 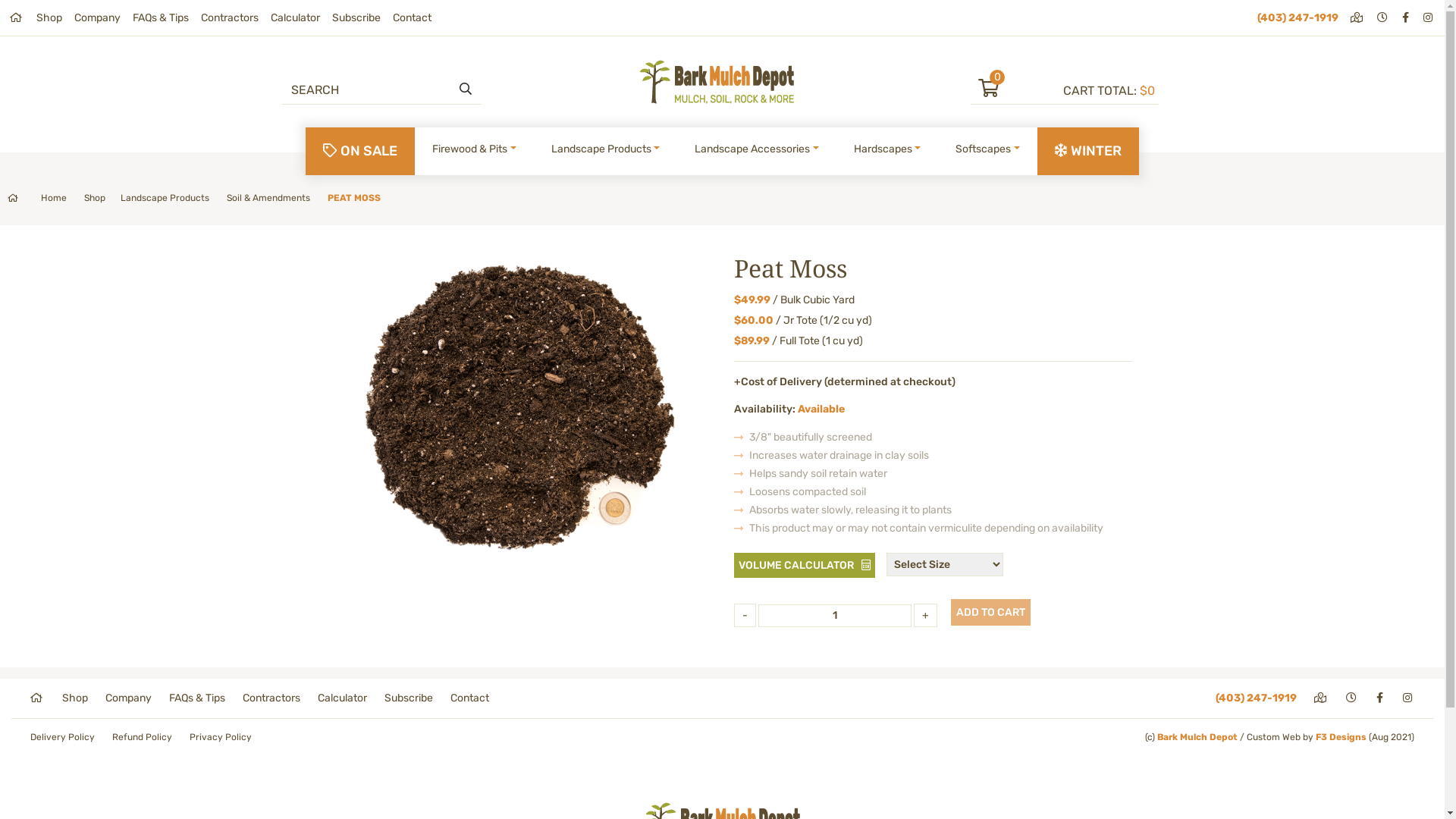 What do you see at coordinates (188, 736) in the screenshot?
I see `'Privacy Policy'` at bounding box center [188, 736].